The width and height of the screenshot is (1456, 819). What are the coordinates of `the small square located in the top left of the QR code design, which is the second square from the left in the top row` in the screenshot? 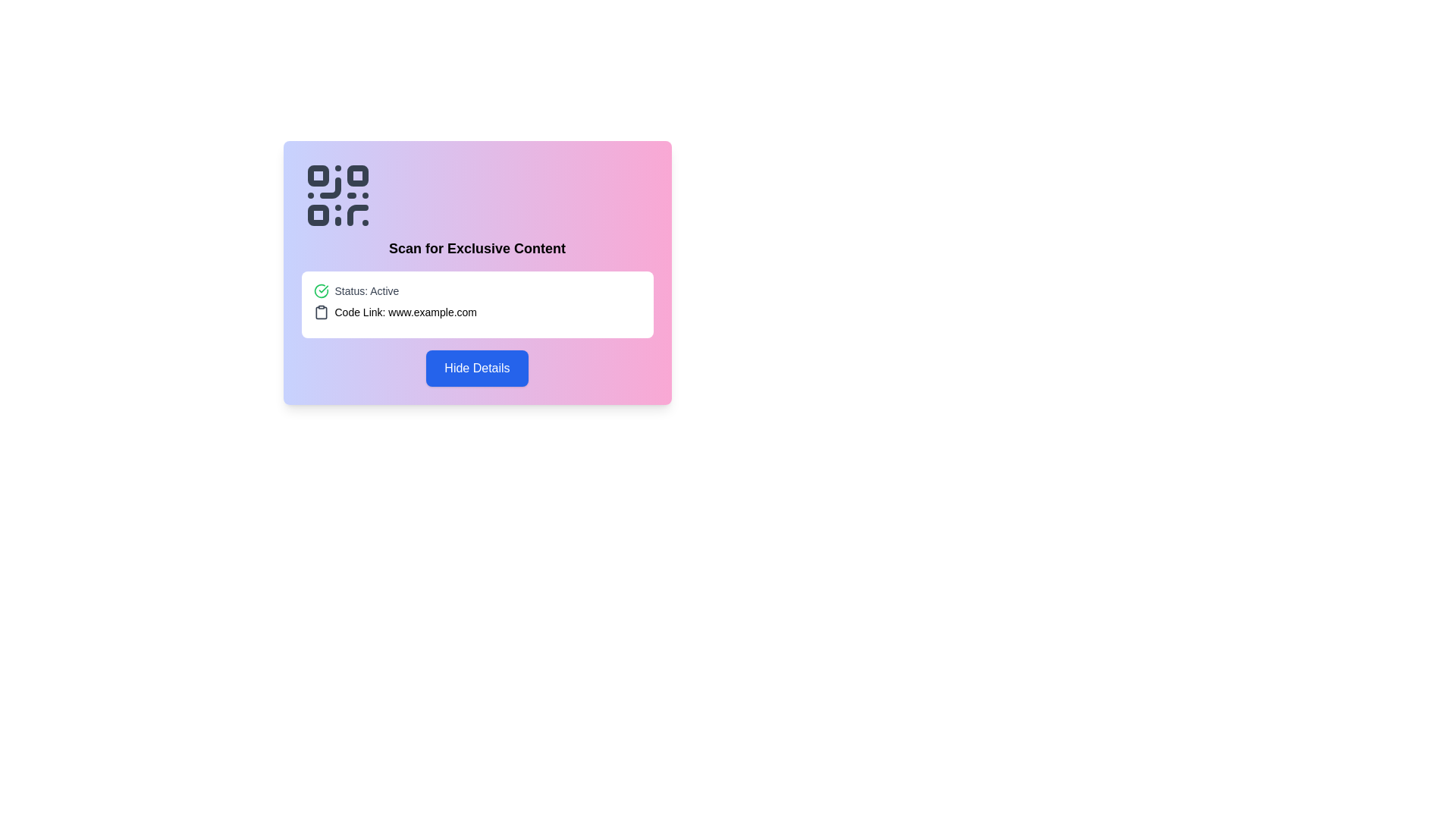 It's located at (356, 174).